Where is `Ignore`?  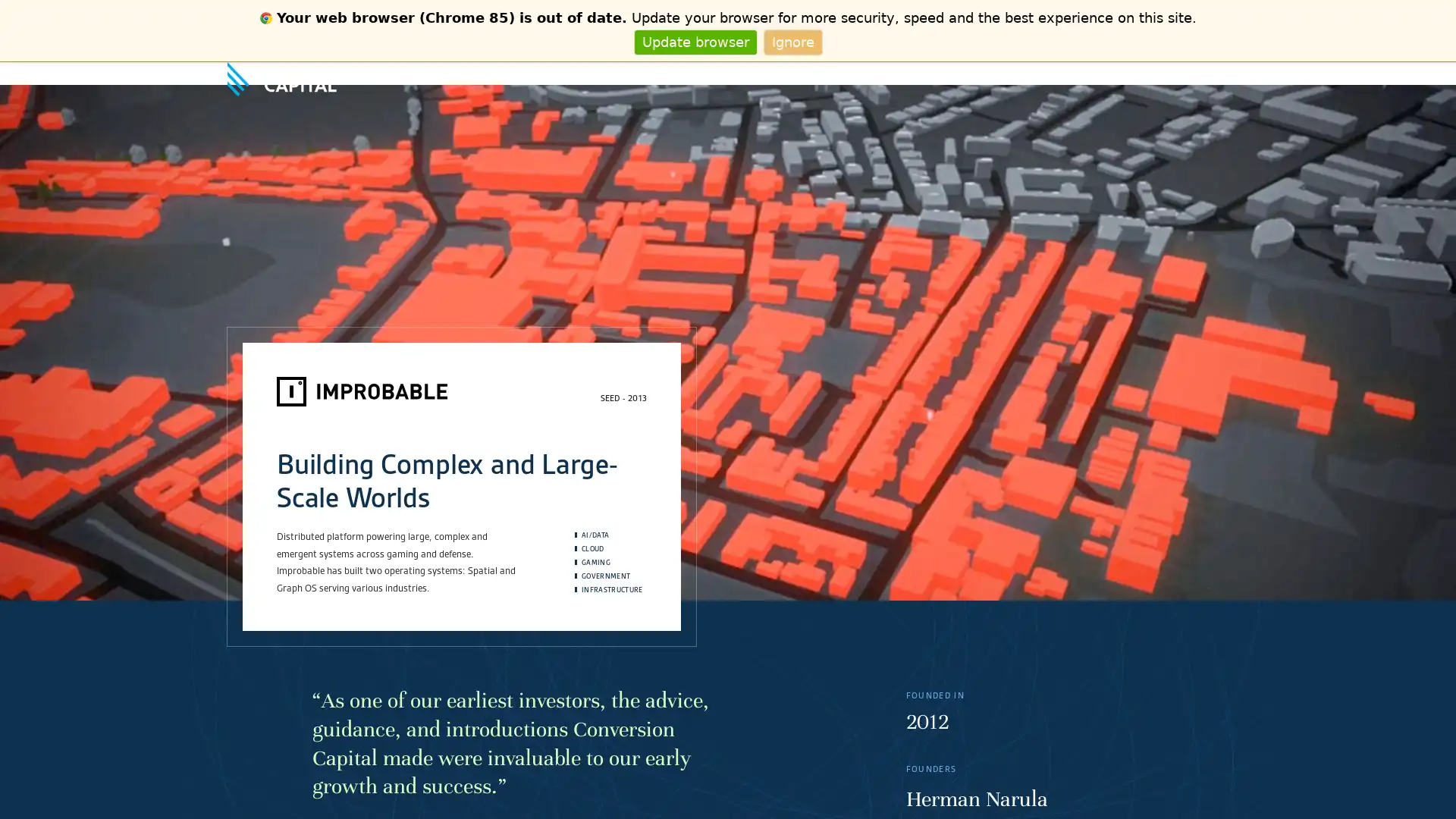 Ignore is located at coordinates (792, 41).